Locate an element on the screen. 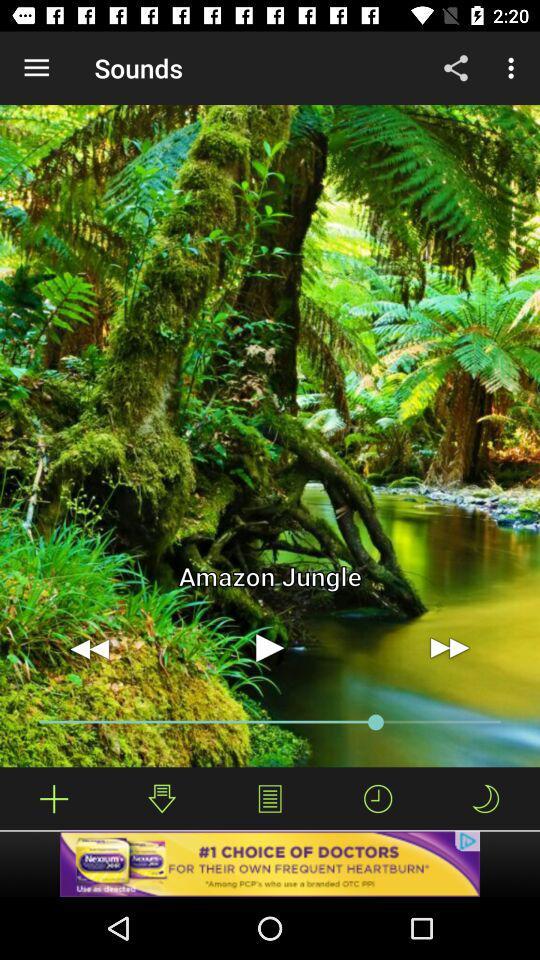  the time icon is located at coordinates (378, 798).